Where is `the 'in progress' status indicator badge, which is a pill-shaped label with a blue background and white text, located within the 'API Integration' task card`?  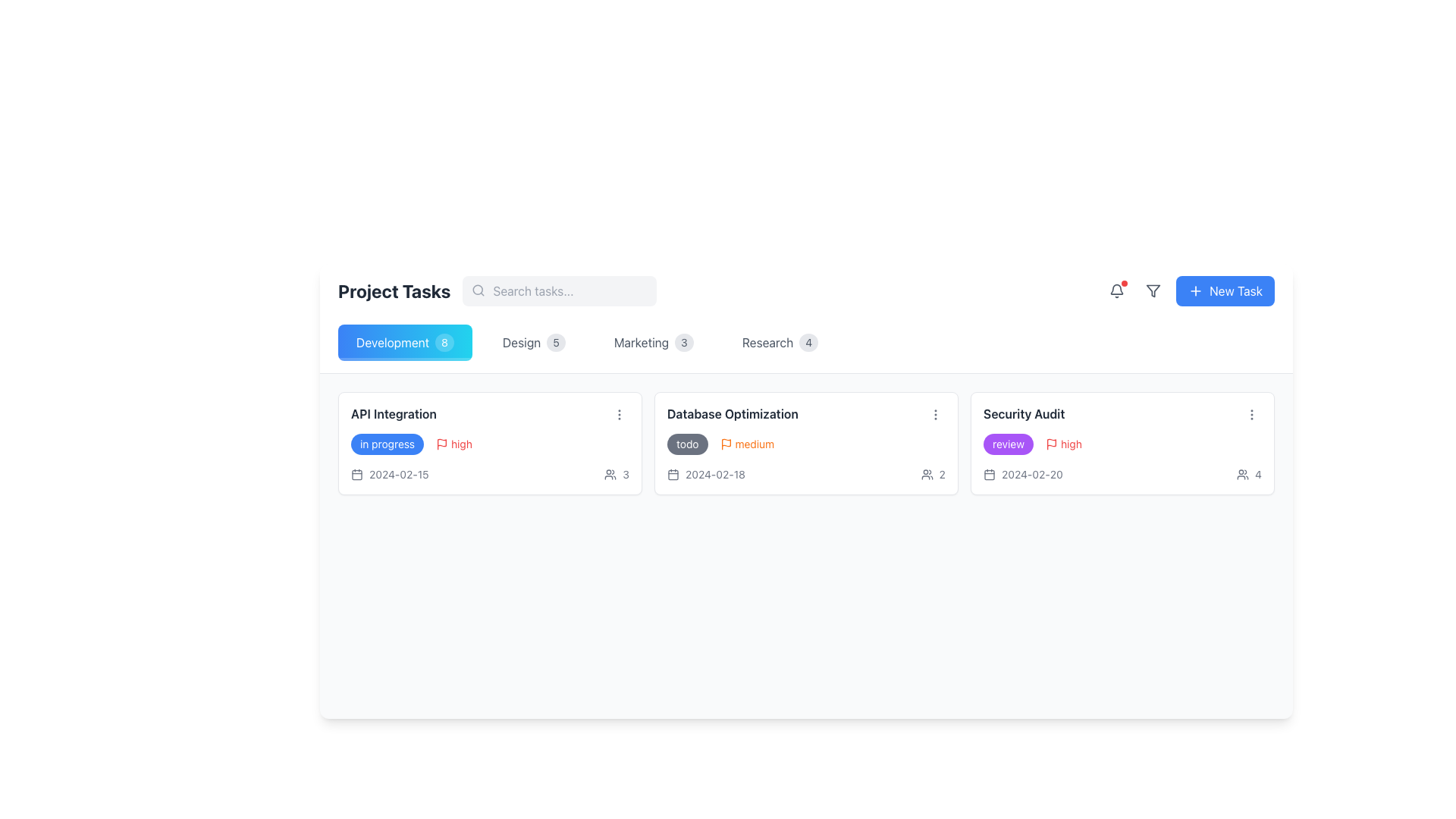 the 'in progress' status indicator badge, which is a pill-shaped label with a blue background and white text, located within the 'API Integration' task card is located at coordinates (388, 444).